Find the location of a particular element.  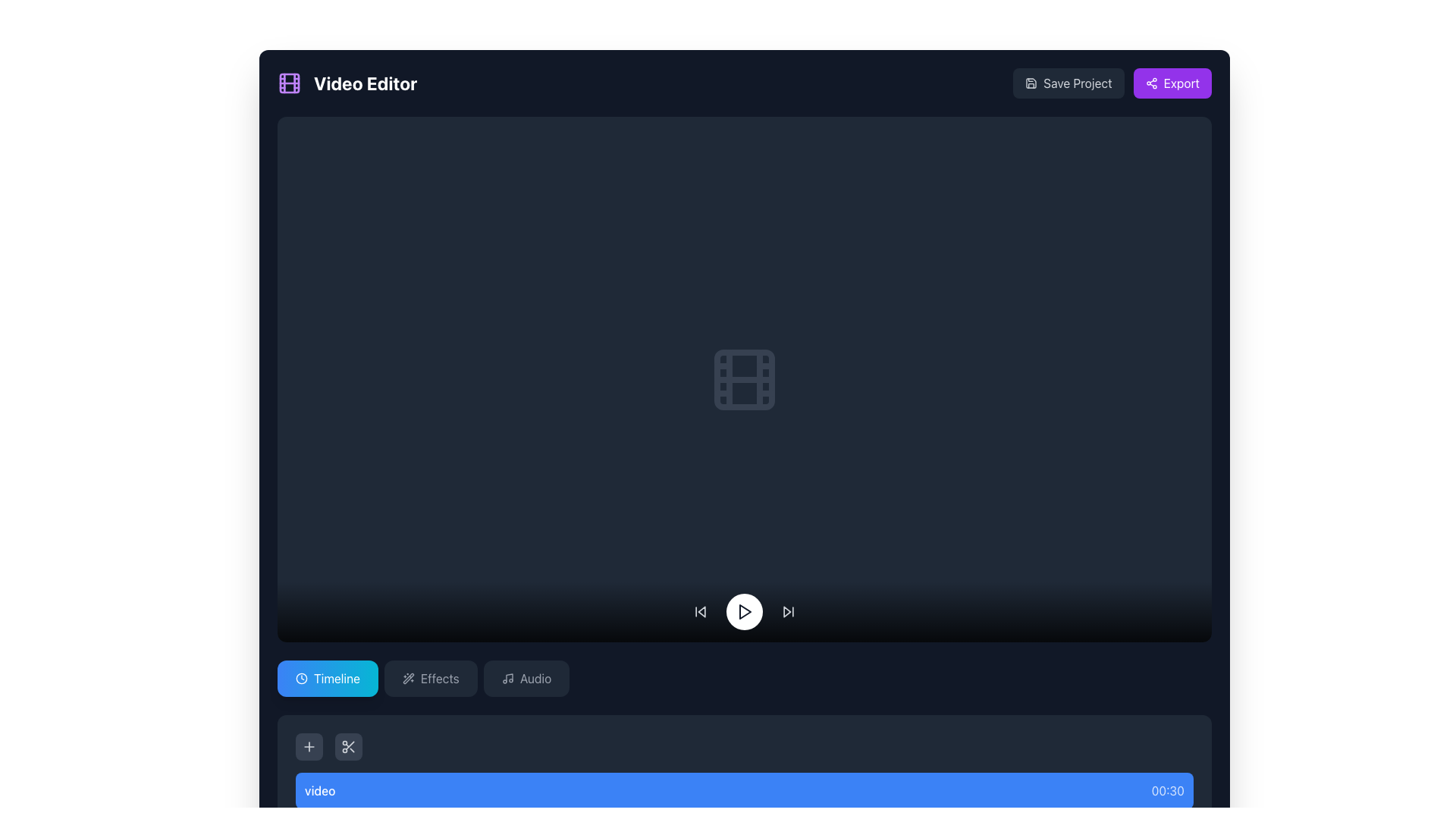

the triangular play icon located at the bottom center of the user interface is located at coordinates (745, 610).